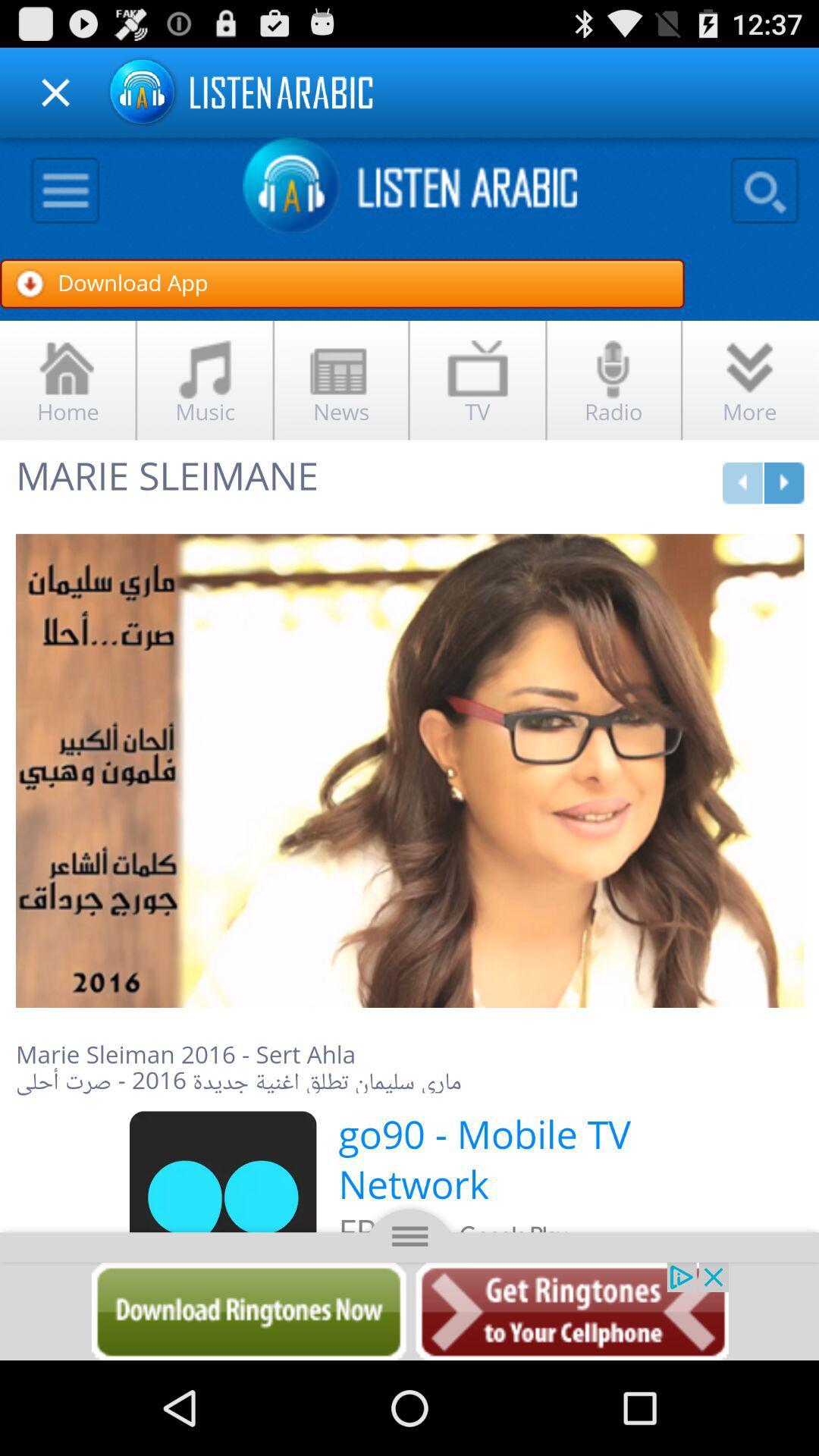 Image resolution: width=819 pixels, height=1456 pixels. Describe the element at coordinates (55, 92) in the screenshot. I see `app` at that location.